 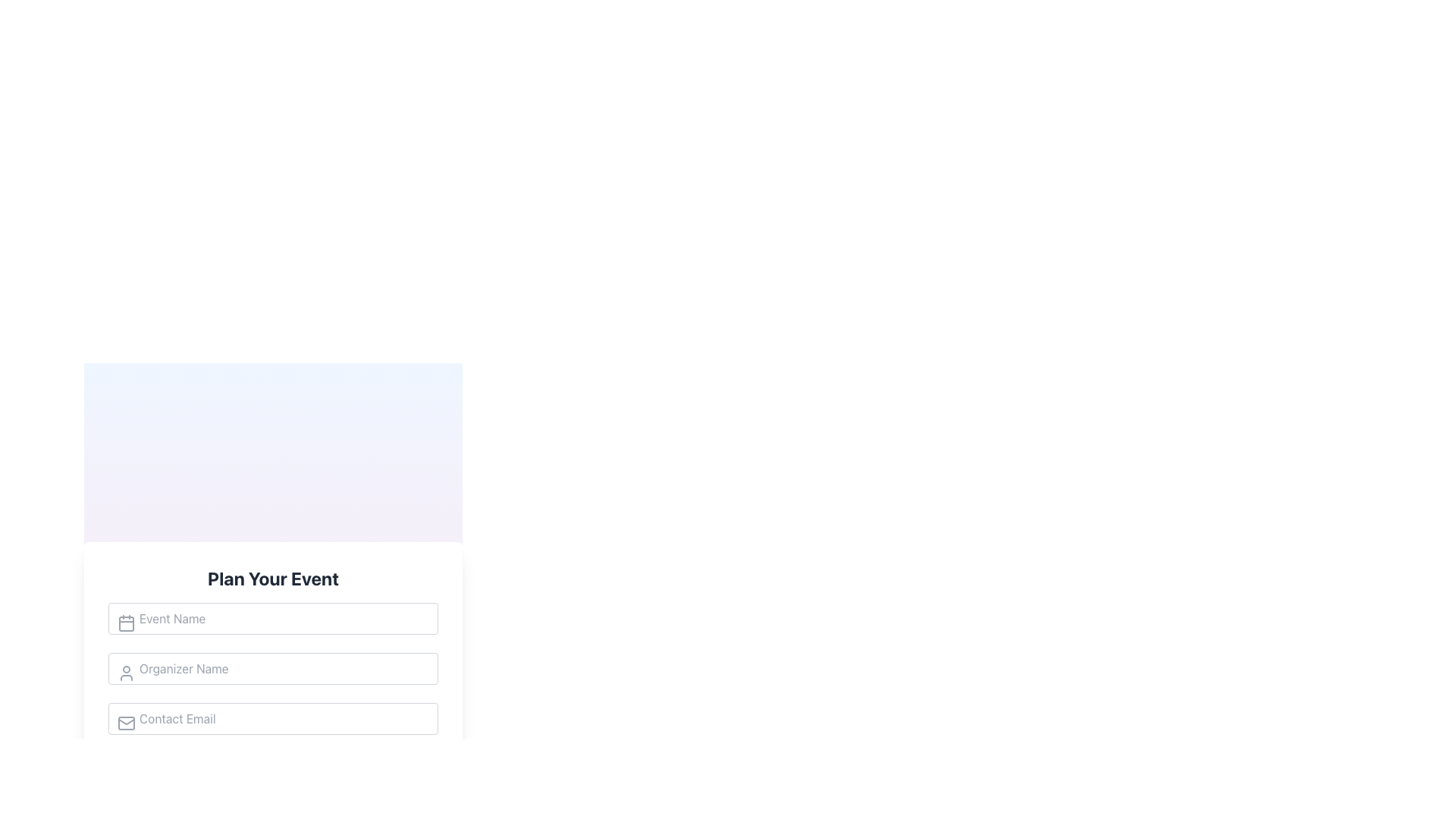 I want to click on the decorative icon indicating the function of the input field for 'Contact Email' in the 'Plan Your Event' section, so click(x=127, y=722).